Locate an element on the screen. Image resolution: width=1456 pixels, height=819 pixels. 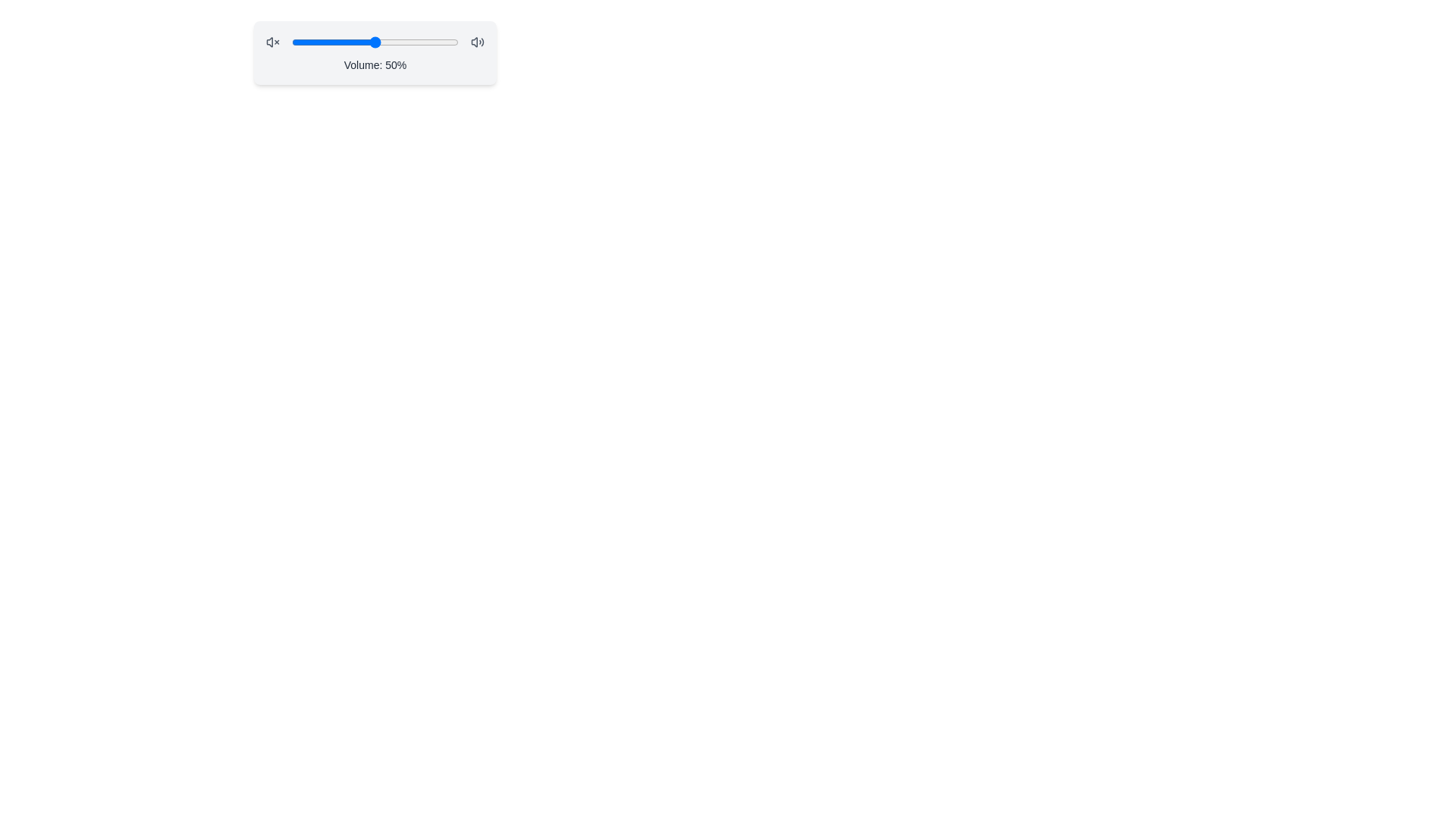
the text 'Volume: 50%' to highlight it is located at coordinates (375, 64).